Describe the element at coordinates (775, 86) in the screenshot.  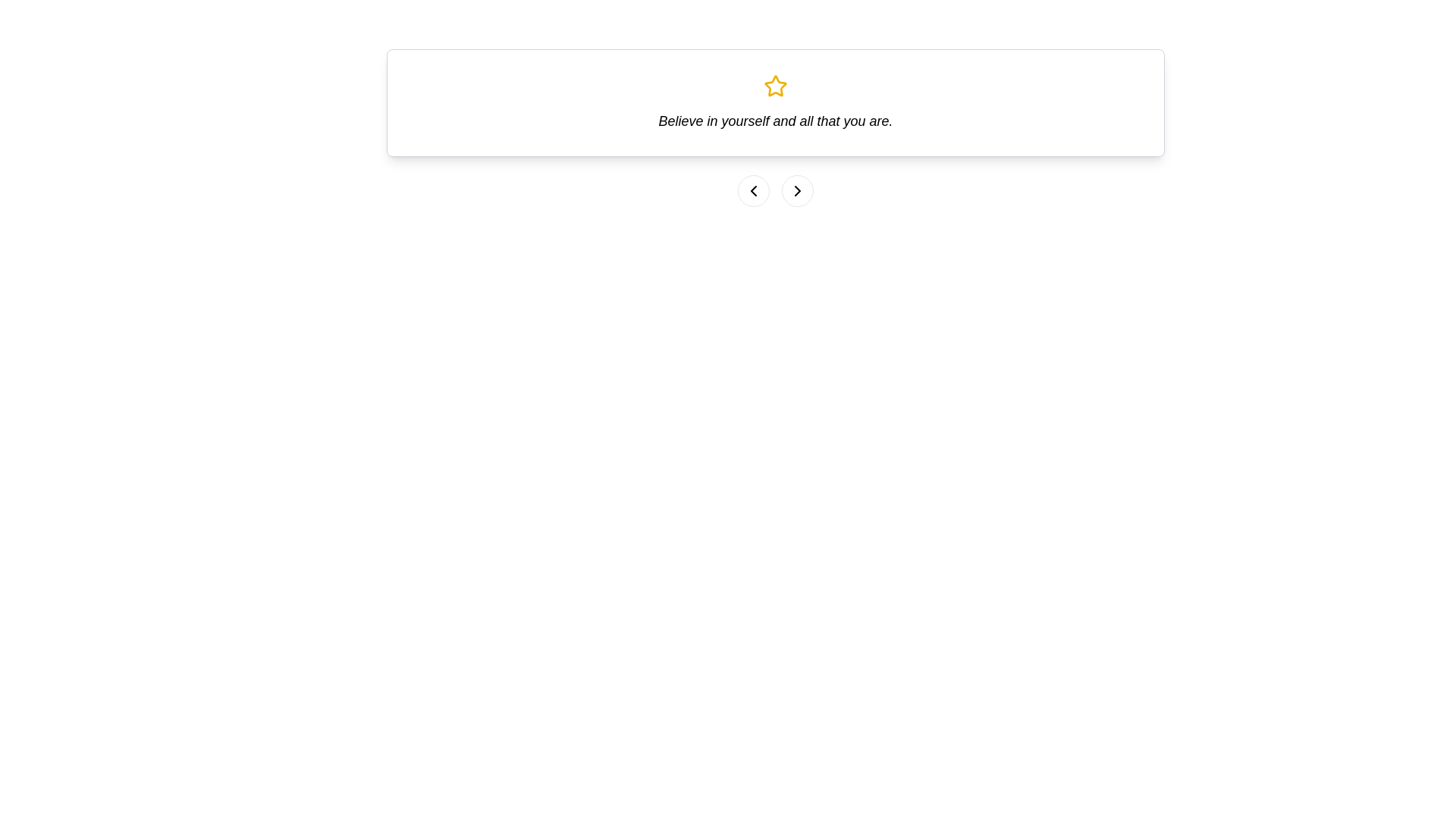
I see `the decorative icon located above the text 'Believe in yourself and all that you are.'` at that location.